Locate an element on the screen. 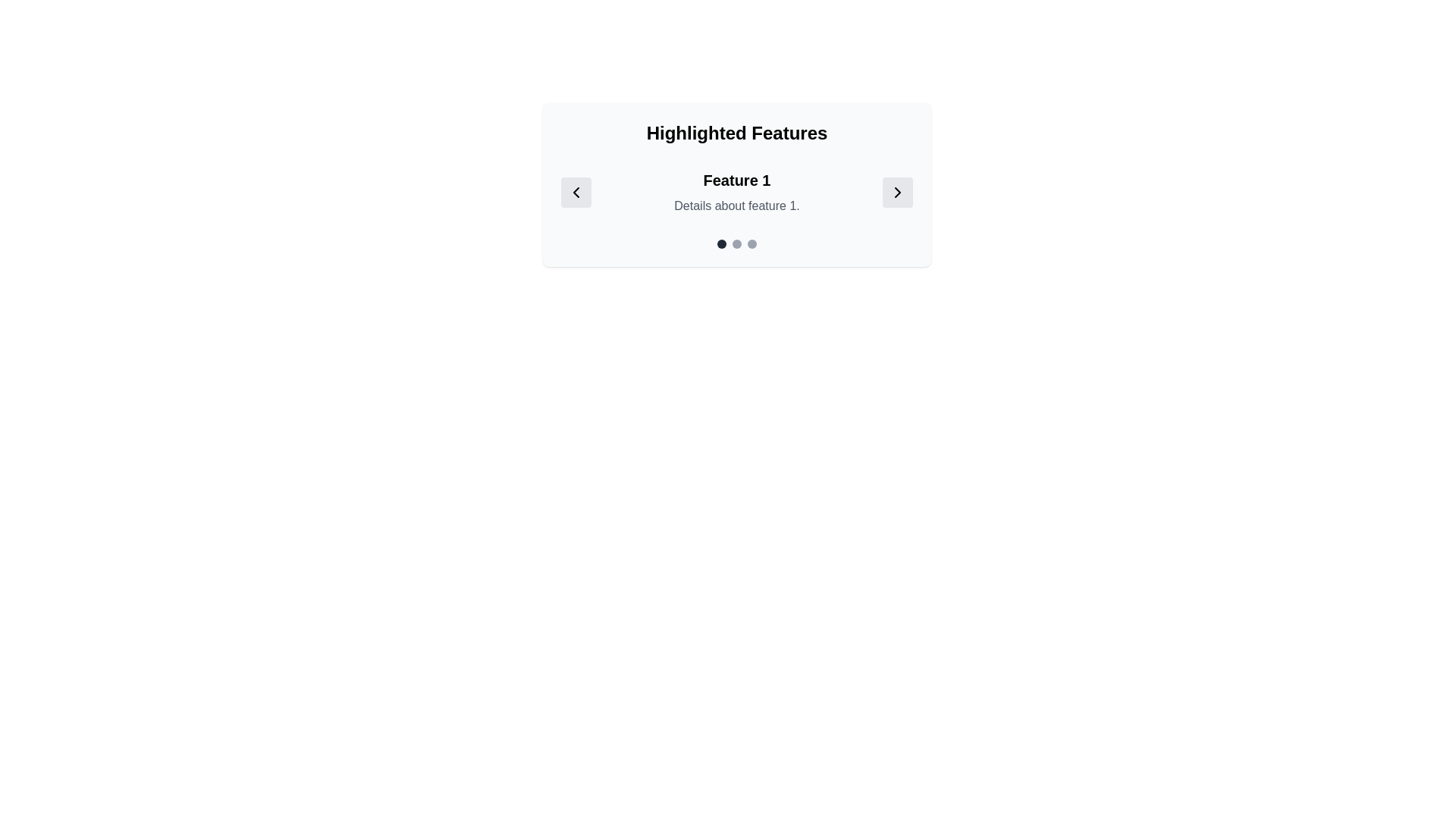  the rightmost rounded rectangular button with a light gray background and a right-pointing chevron icon is located at coordinates (898, 192).